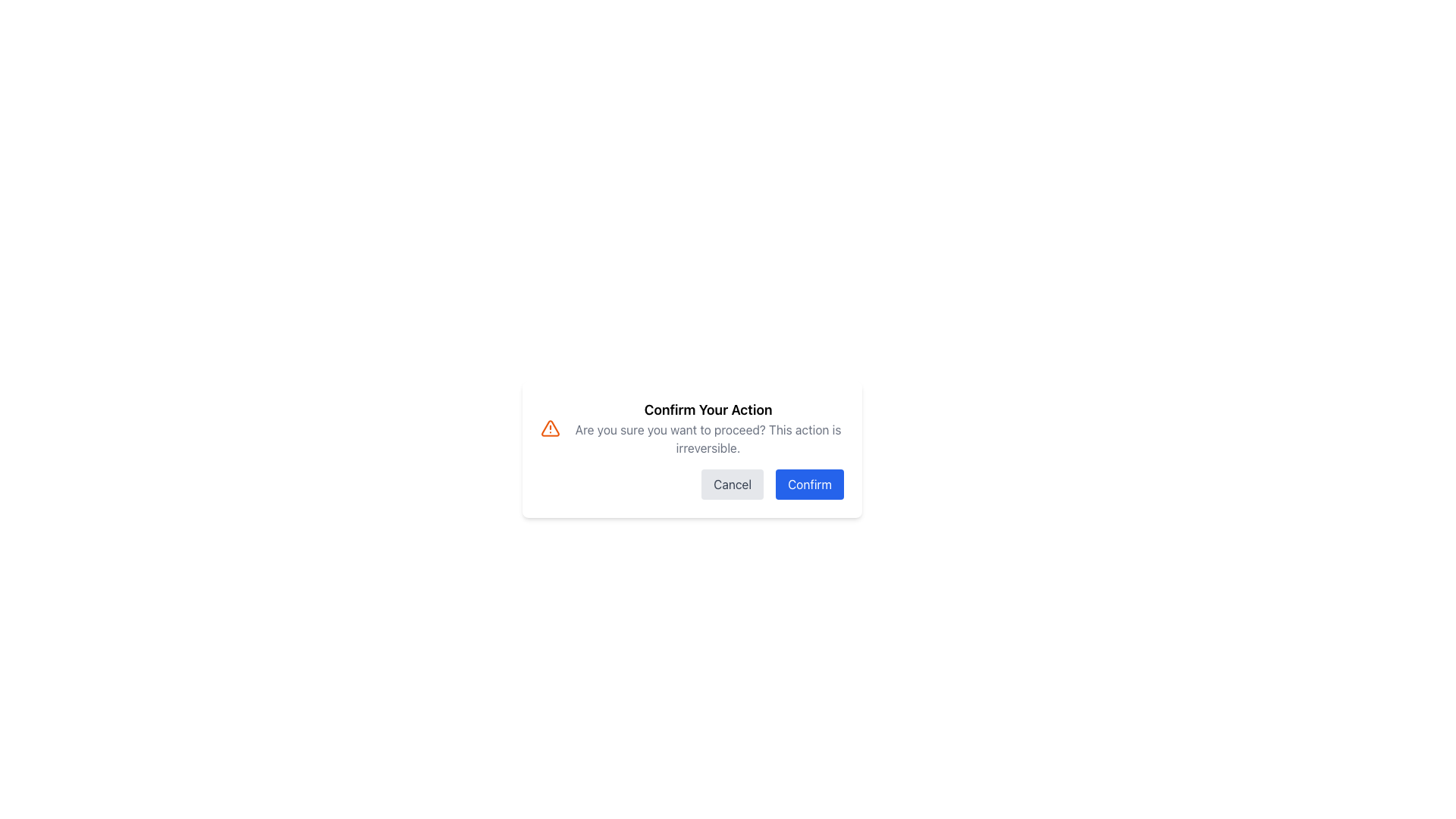  What do you see at coordinates (691, 428) in the screenshot?
I see `informational text with the alert icon that includes the header 'Confirm Your Action' and the description 'Are you sure you want to proceed? This action is irreversible.'` at bounding box center [691, 428].